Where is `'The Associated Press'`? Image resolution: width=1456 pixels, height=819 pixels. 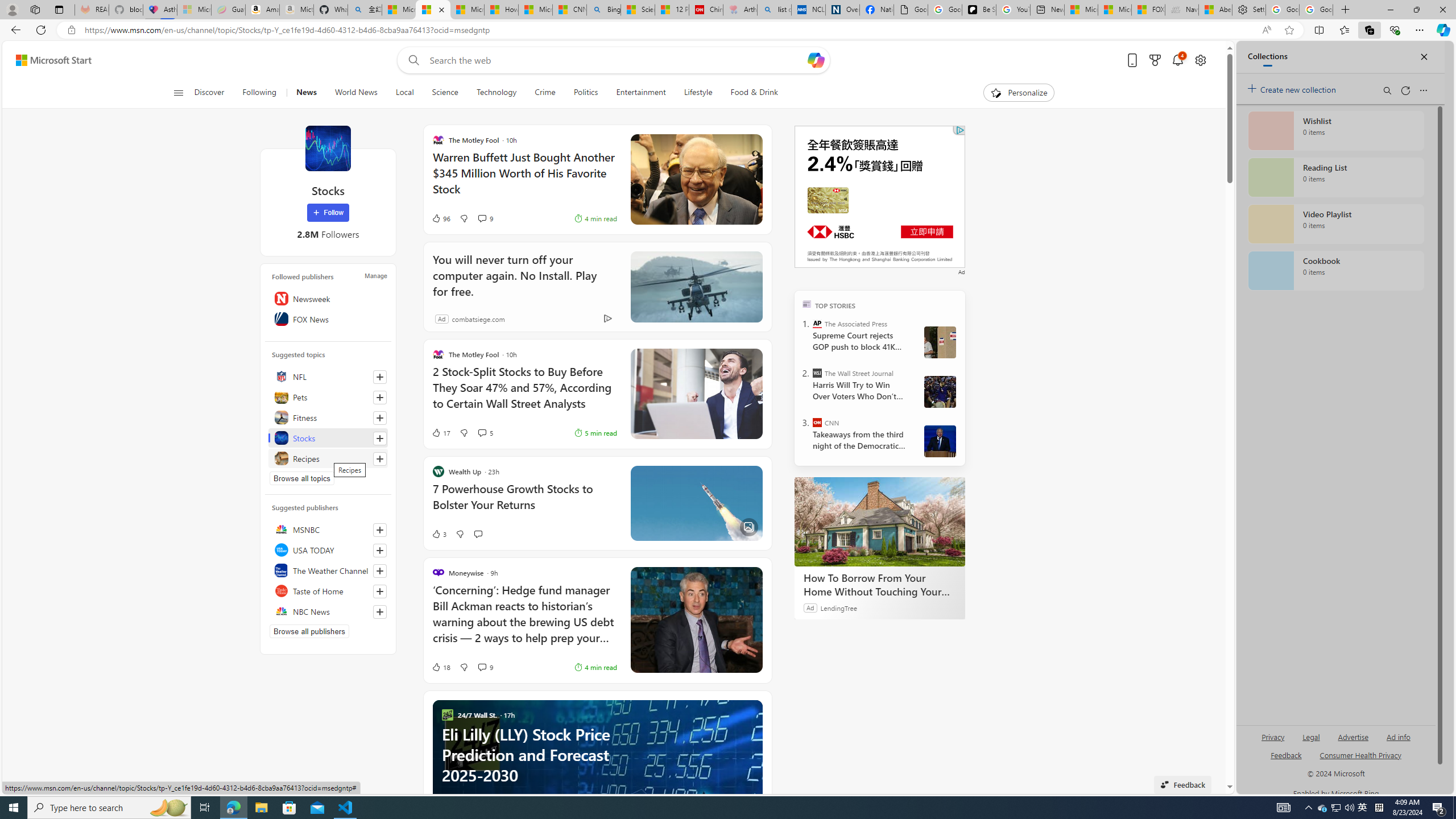
'The Associated Press' is located at coordinates (816, 323).